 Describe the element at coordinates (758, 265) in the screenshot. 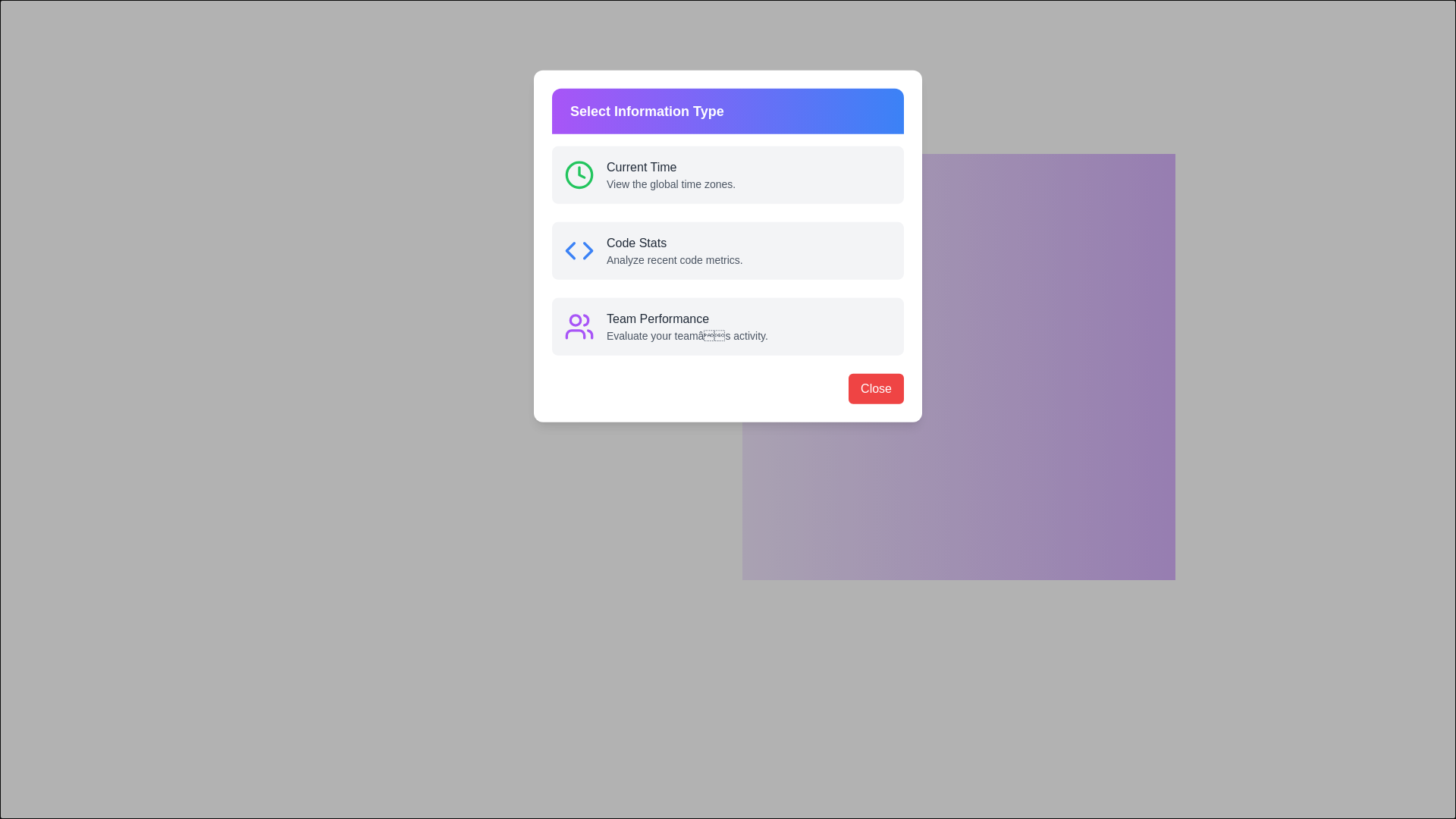

I see `the icon of Code Stats information type` at that location.